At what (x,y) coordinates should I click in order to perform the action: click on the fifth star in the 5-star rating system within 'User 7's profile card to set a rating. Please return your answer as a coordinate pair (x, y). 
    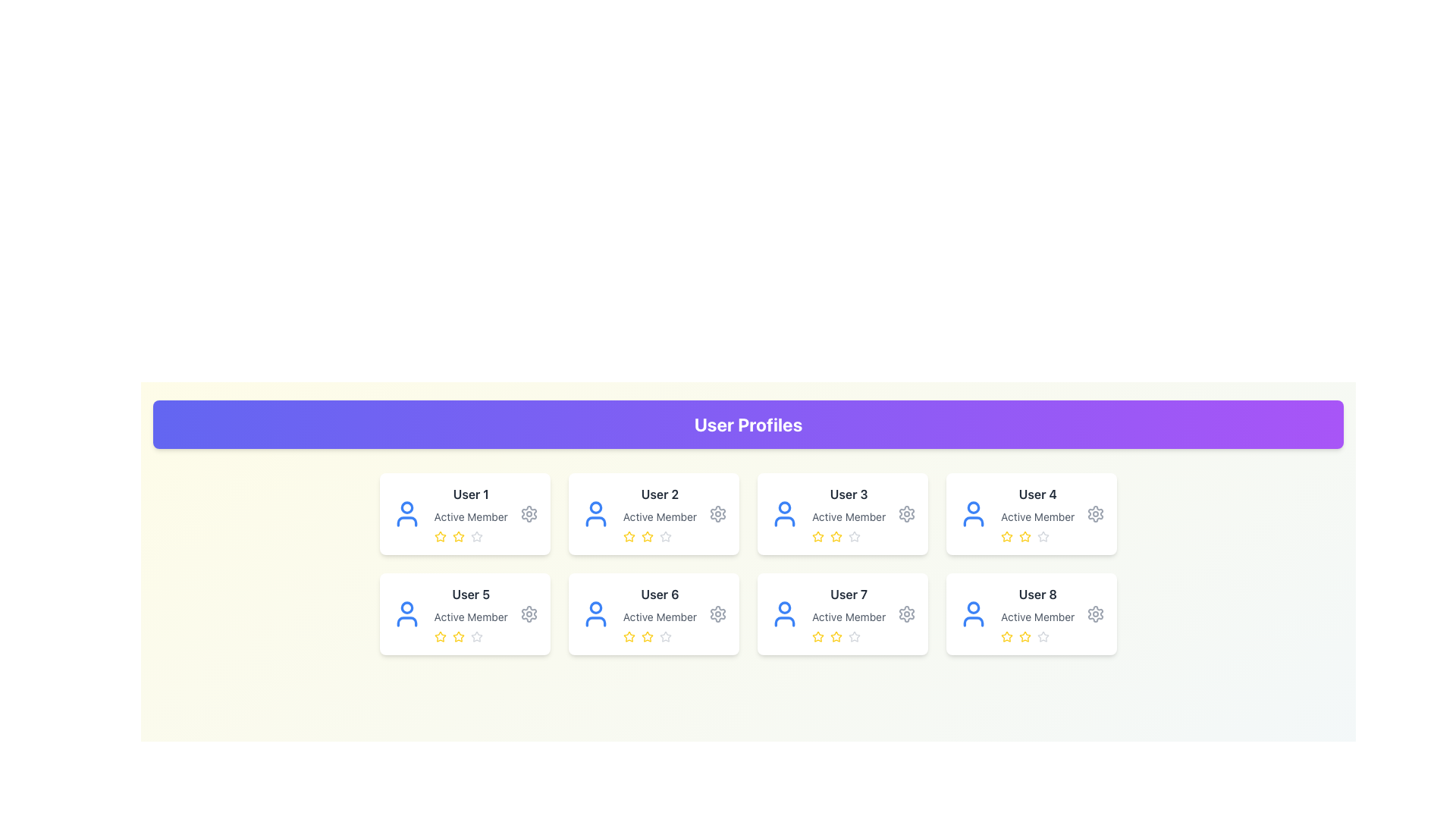
    Looking at the image, I should click on (855, 637).